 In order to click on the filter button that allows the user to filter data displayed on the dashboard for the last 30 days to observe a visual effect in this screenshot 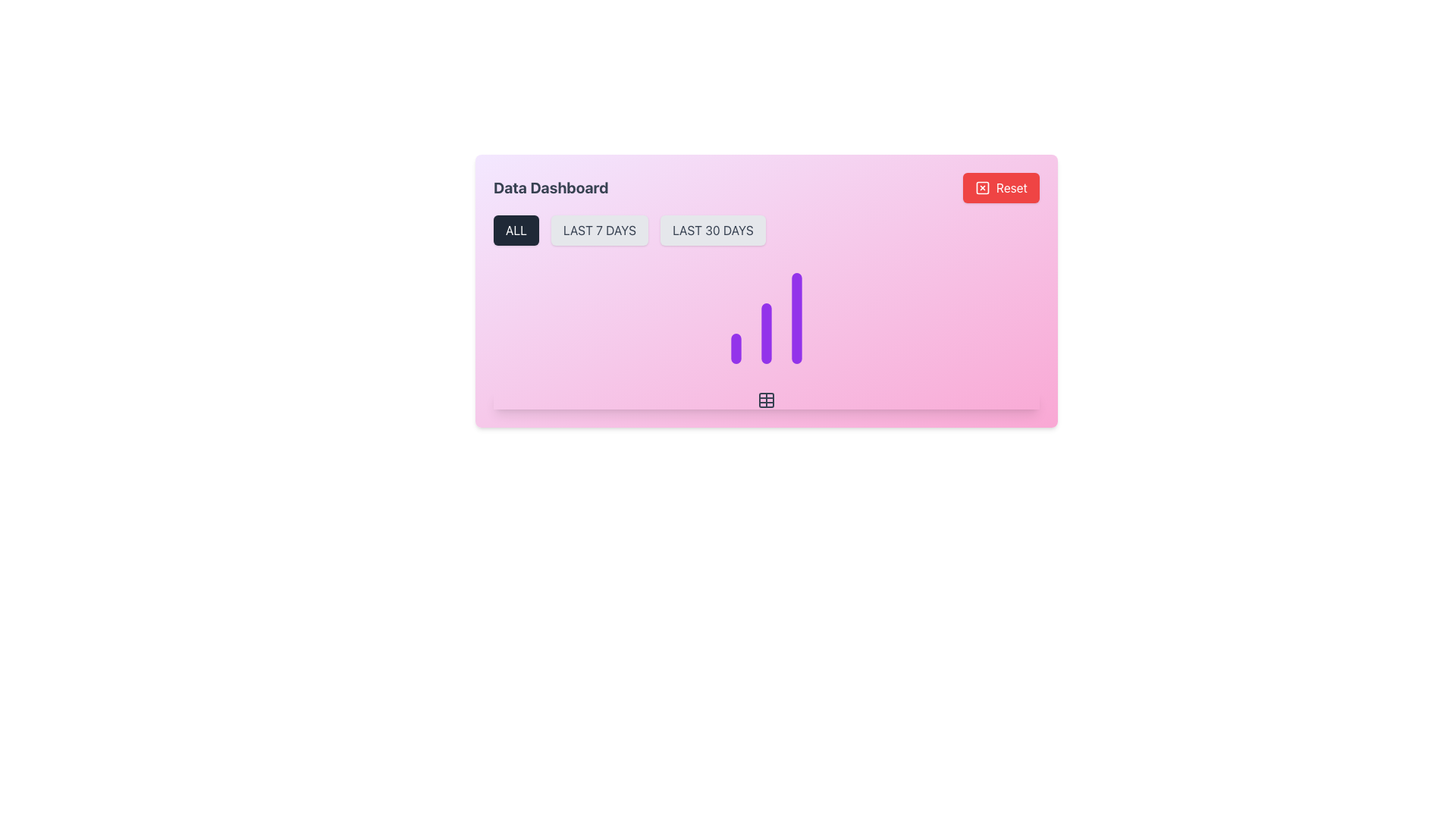, I will do `click(712, 231)`.